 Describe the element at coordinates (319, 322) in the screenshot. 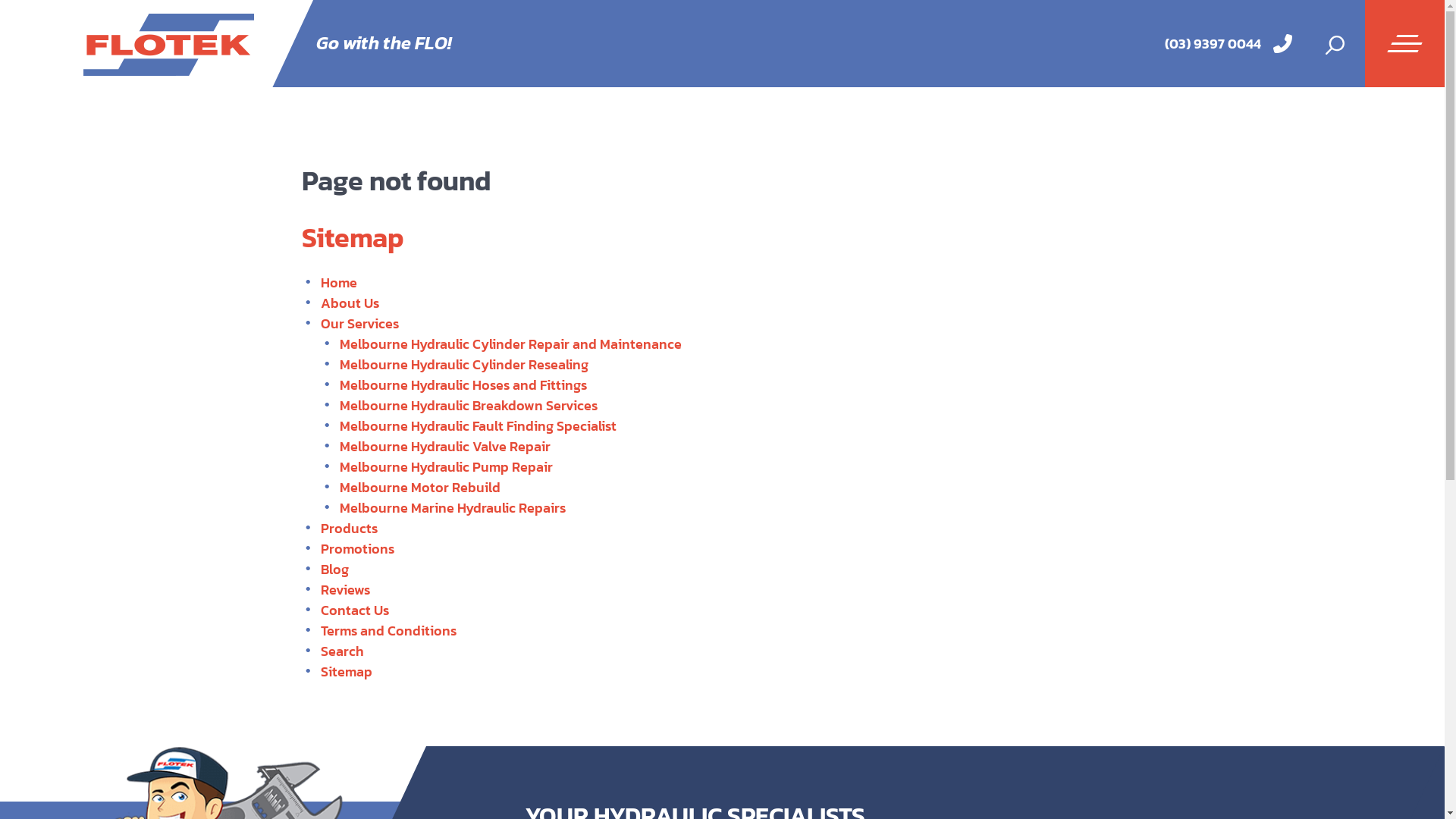

I see `'Our Services'` at that location.